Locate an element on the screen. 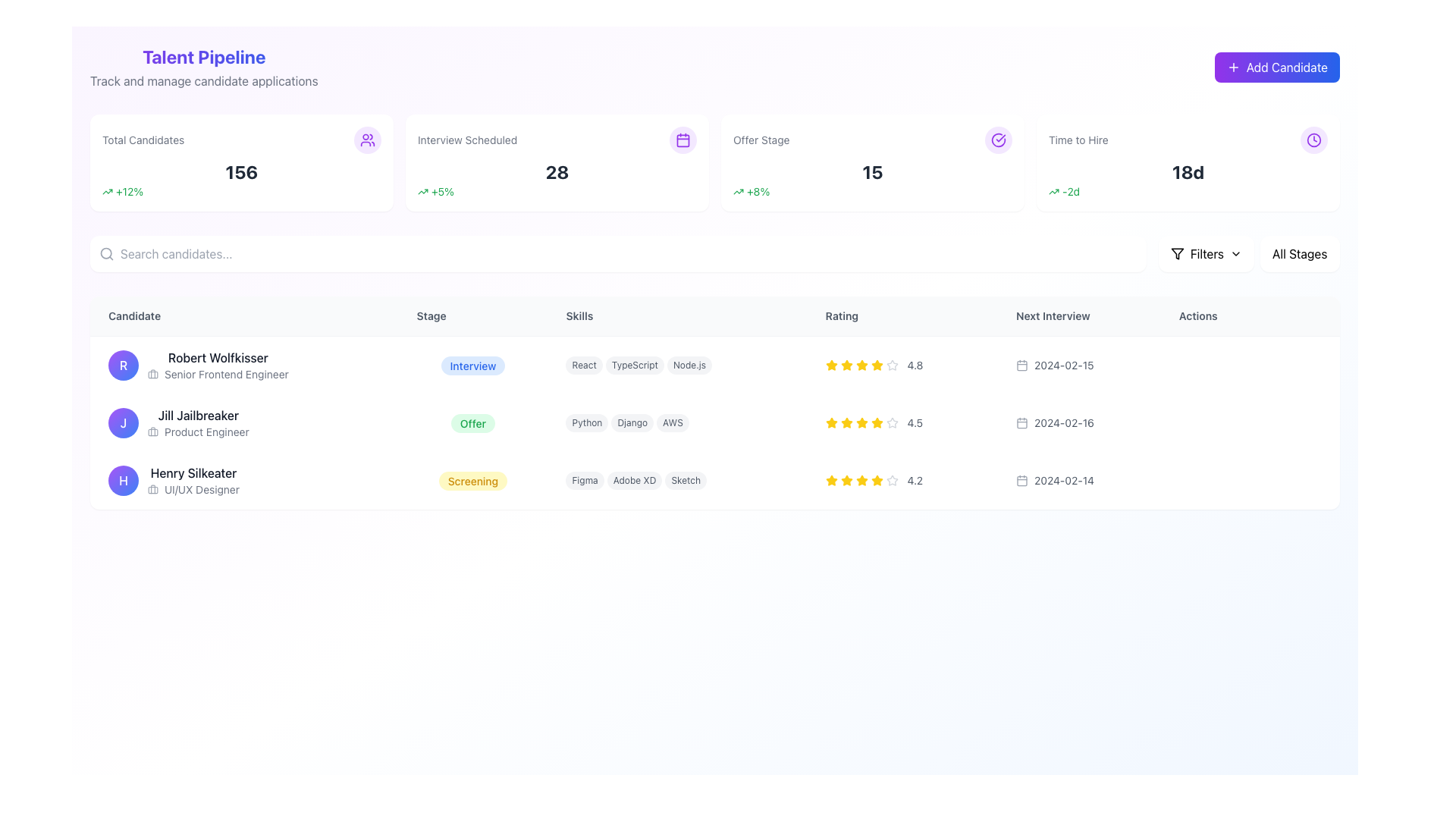 Image resolution: width=1456 pixels, height=819 pixels. the static text label that reads 'Total Candidates', which is styled with a light gray font and located in the top-left section of a card-like widget is located at coordinates (143, 140).